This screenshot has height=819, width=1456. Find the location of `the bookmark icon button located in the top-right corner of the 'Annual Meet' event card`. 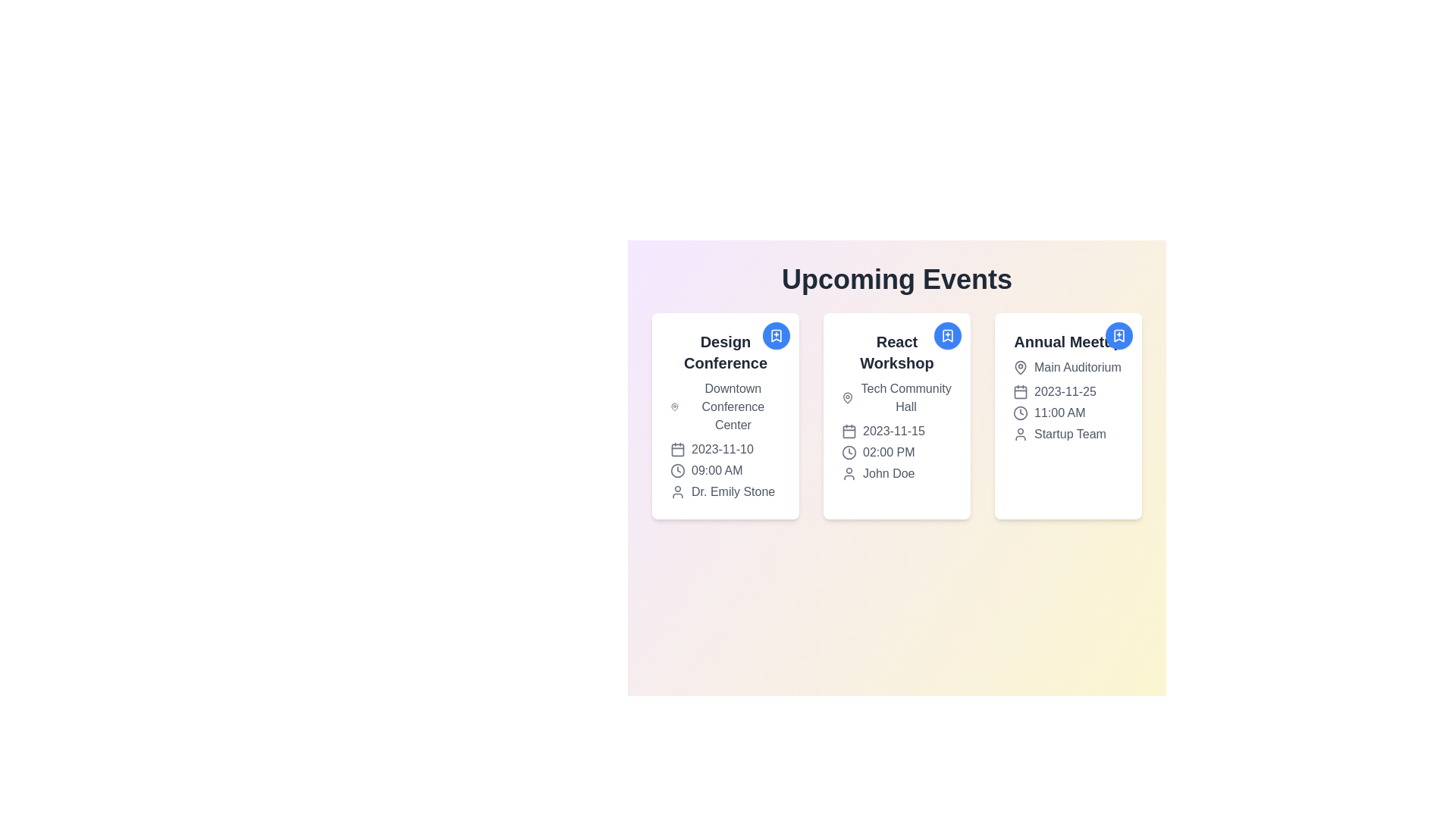

the bookmark icon button located in the top-right corner of the 'Annual Meet' event card is located at coordinates (1119, 335).